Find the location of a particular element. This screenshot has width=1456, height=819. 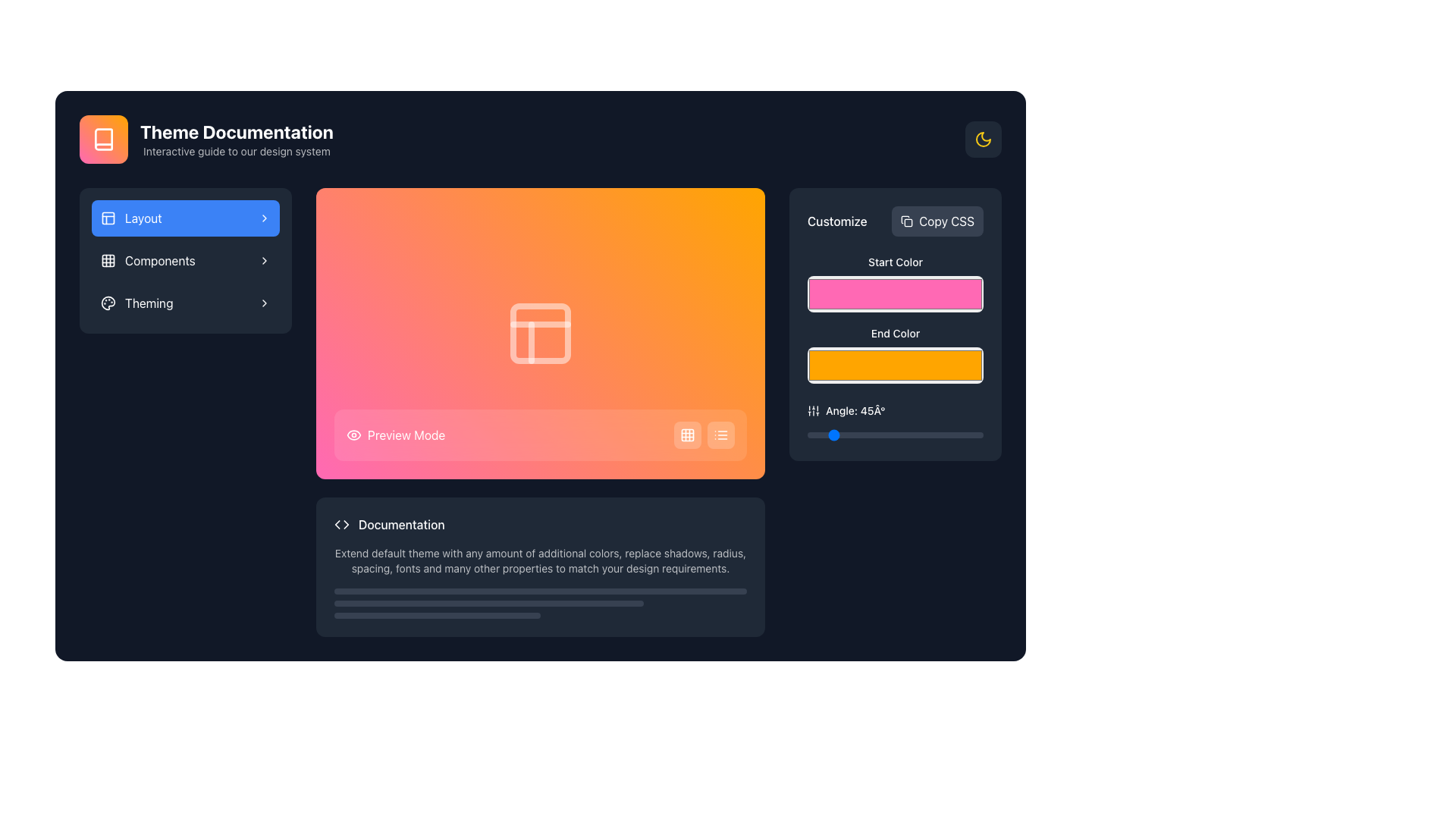

the 'Components' navigation label, which is the second item in the vertical navigation list on the left, positioned below 'Layout' and above 'Theming' is located at coordinates (160, 259).